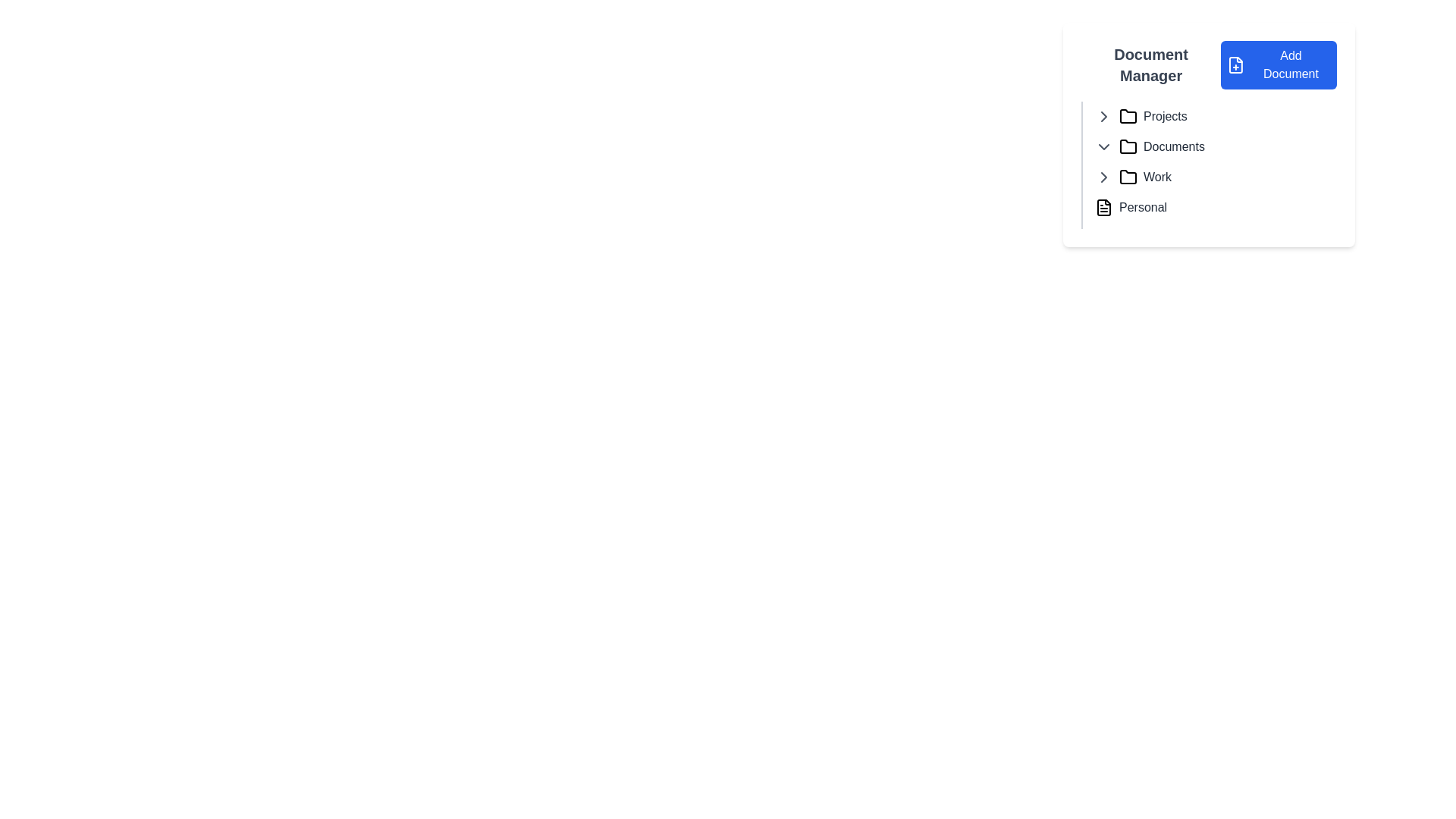 This screenshot has width=1456, height=819. I want to click on the text label displaying 'Work' in gray color located in the third level of the sidebar menu under 'Documents', positioned to the right of the folder icon, so click(1156, 177).